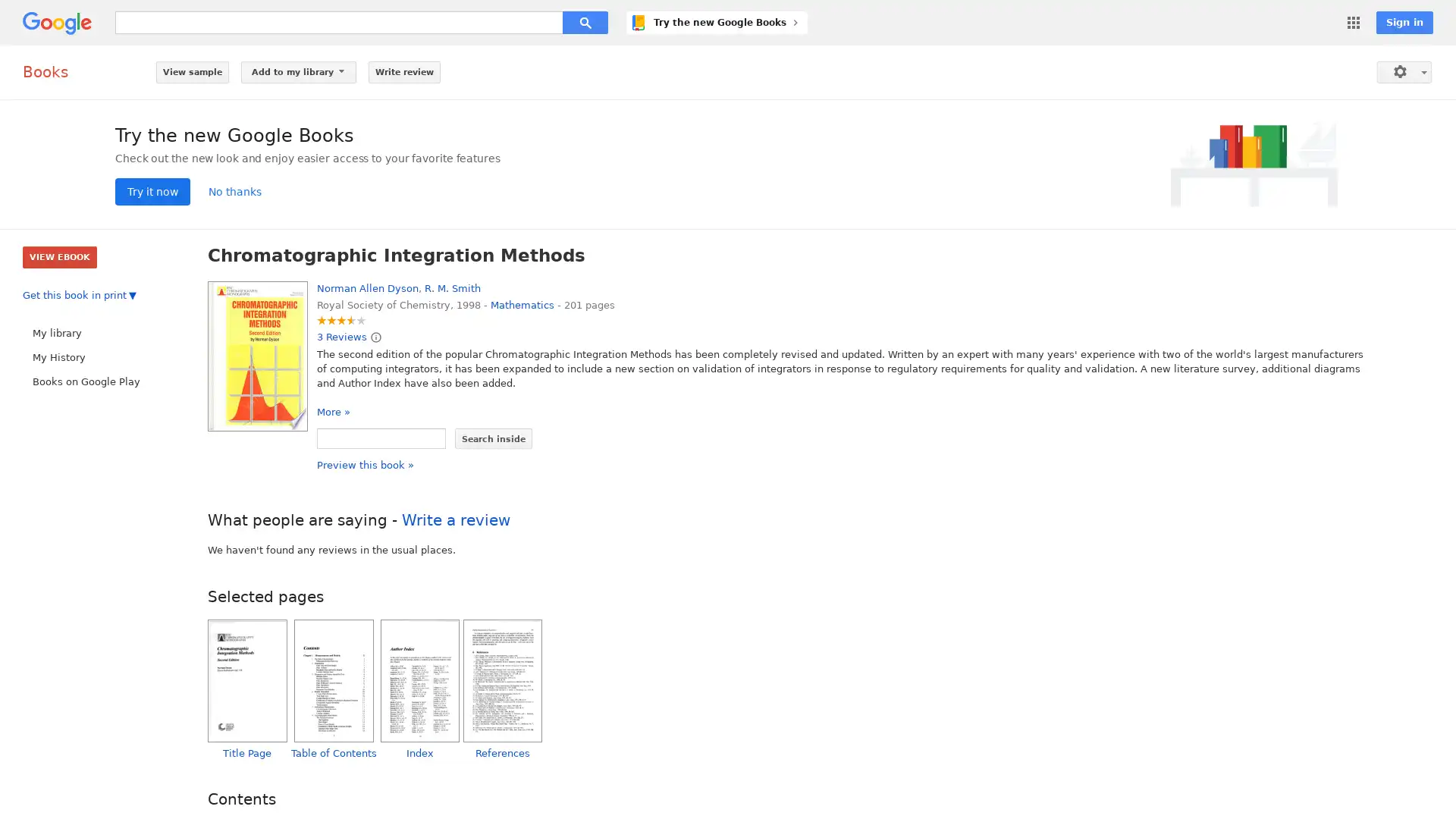 The height and width of the screenshot is (819, 1456). I want to click on Google apps, so click(1354, 23).